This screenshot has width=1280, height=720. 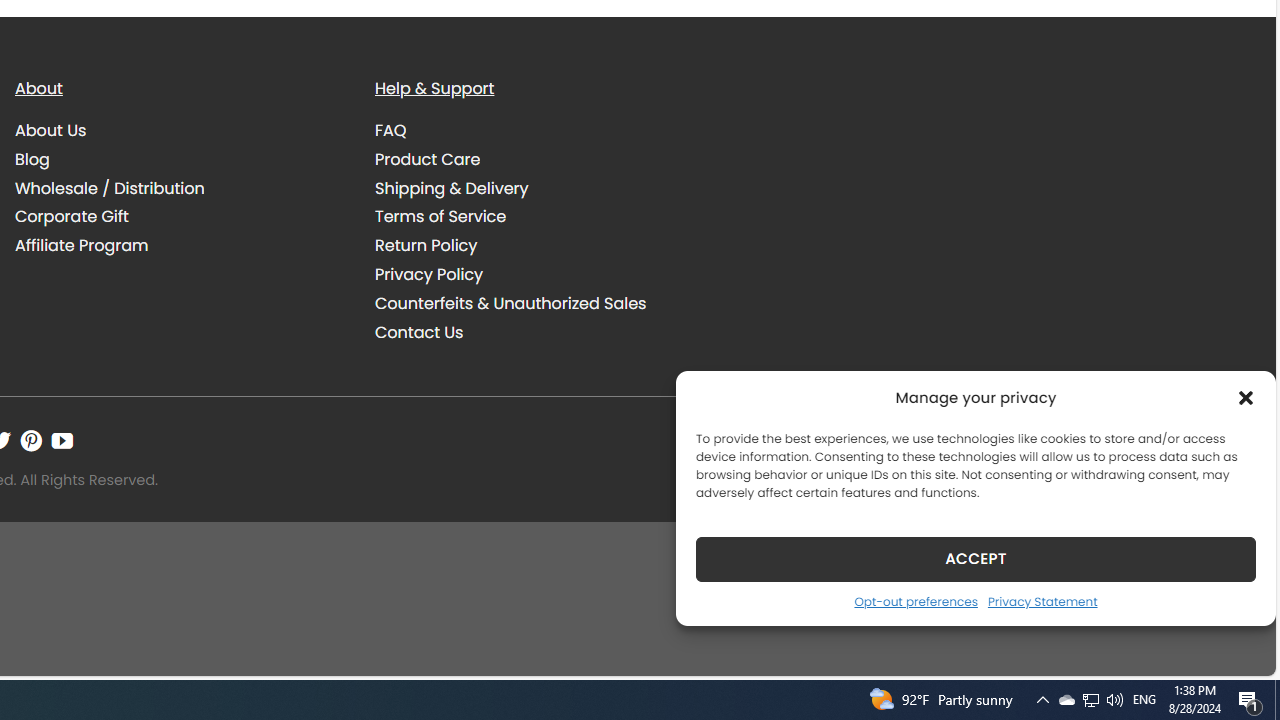 I want to click on 'Class: cmplz-close', so click(x=1245, y=397).